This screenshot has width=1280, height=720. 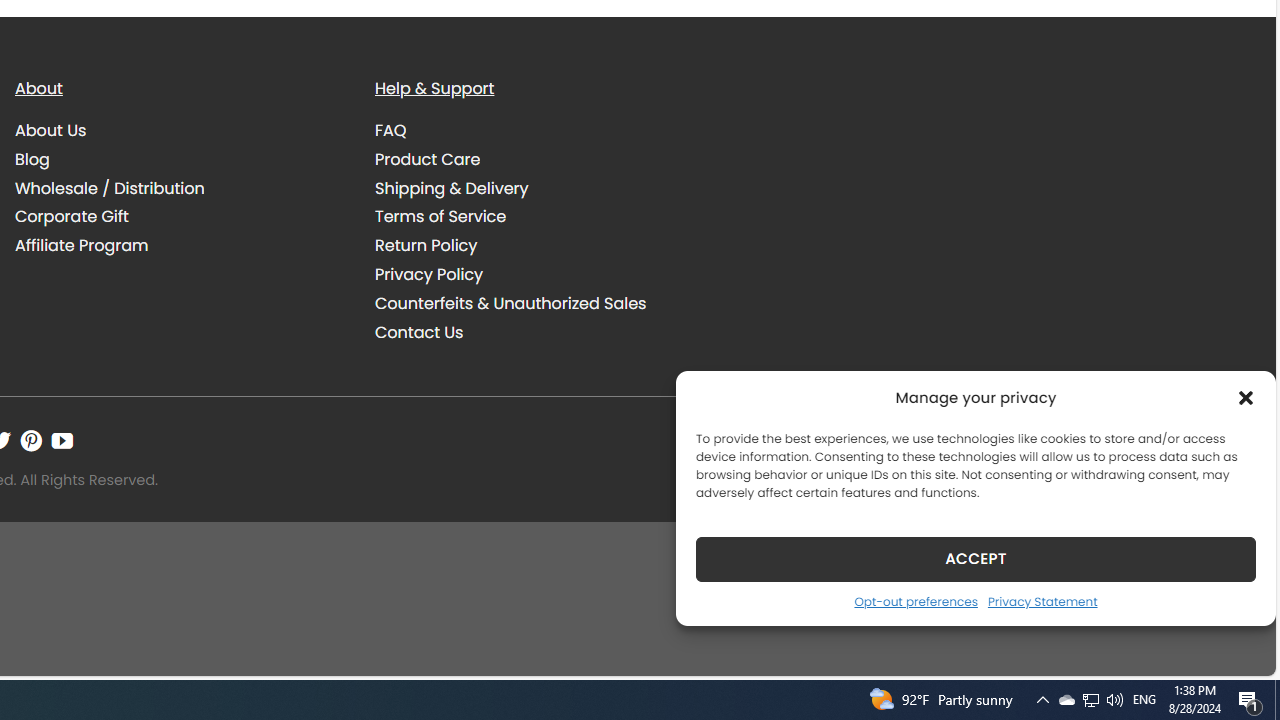 I want to click on 'Class: cmplz-close', so click(x=1245, y=397).